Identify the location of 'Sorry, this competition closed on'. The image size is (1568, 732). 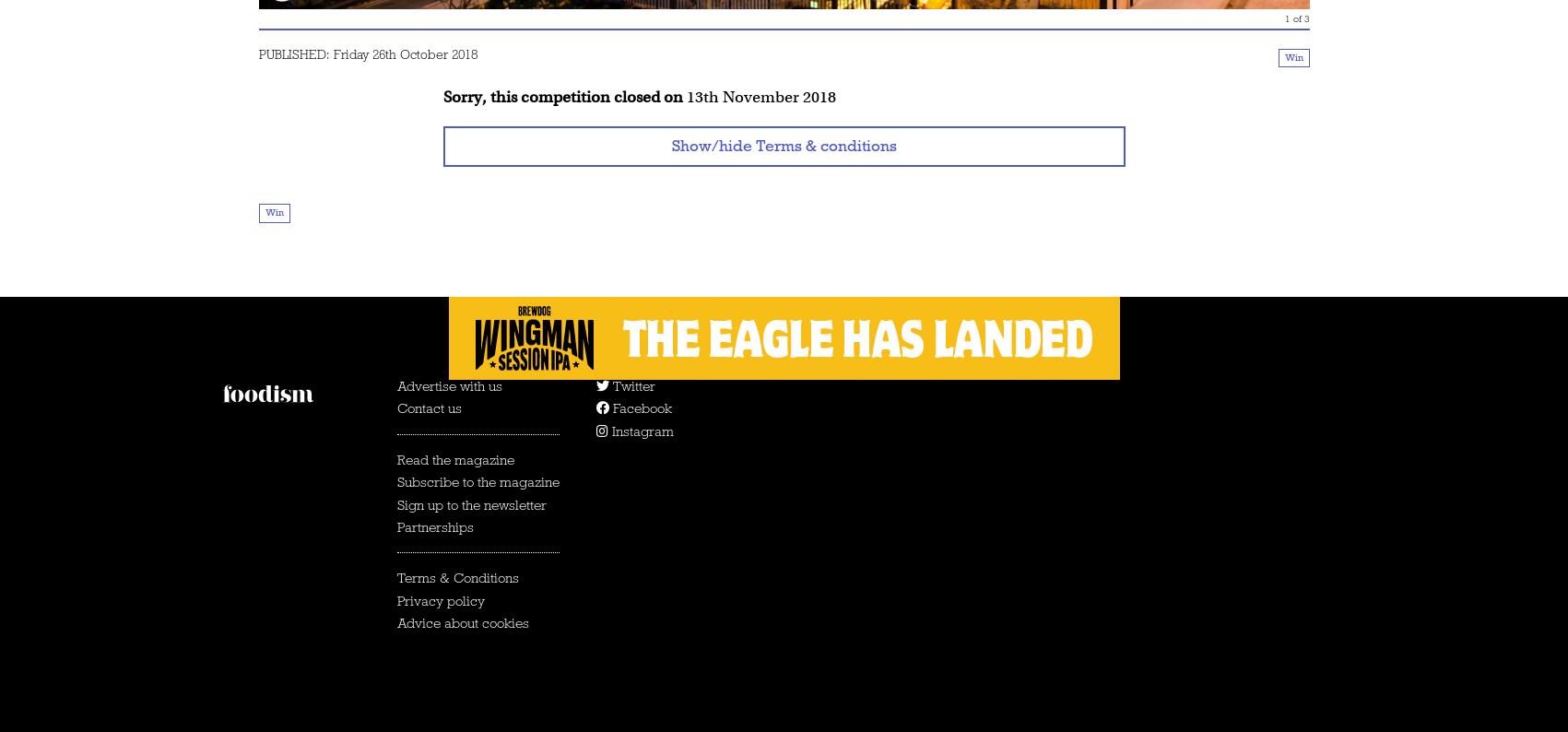
(563, 96).